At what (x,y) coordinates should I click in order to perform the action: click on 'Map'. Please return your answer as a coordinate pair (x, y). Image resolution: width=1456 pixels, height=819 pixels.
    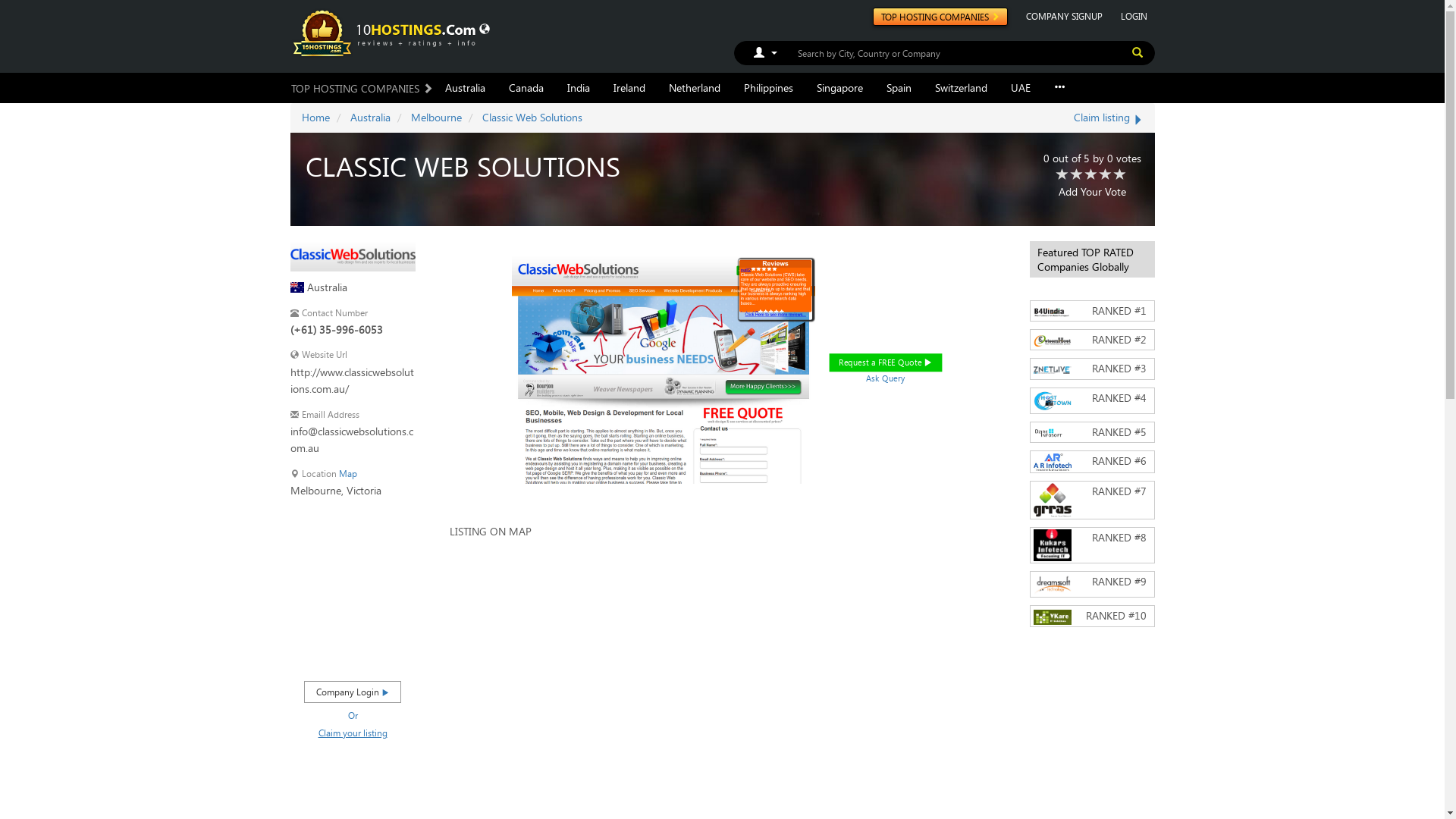
    Looking at the image, I should click on (346, 472).